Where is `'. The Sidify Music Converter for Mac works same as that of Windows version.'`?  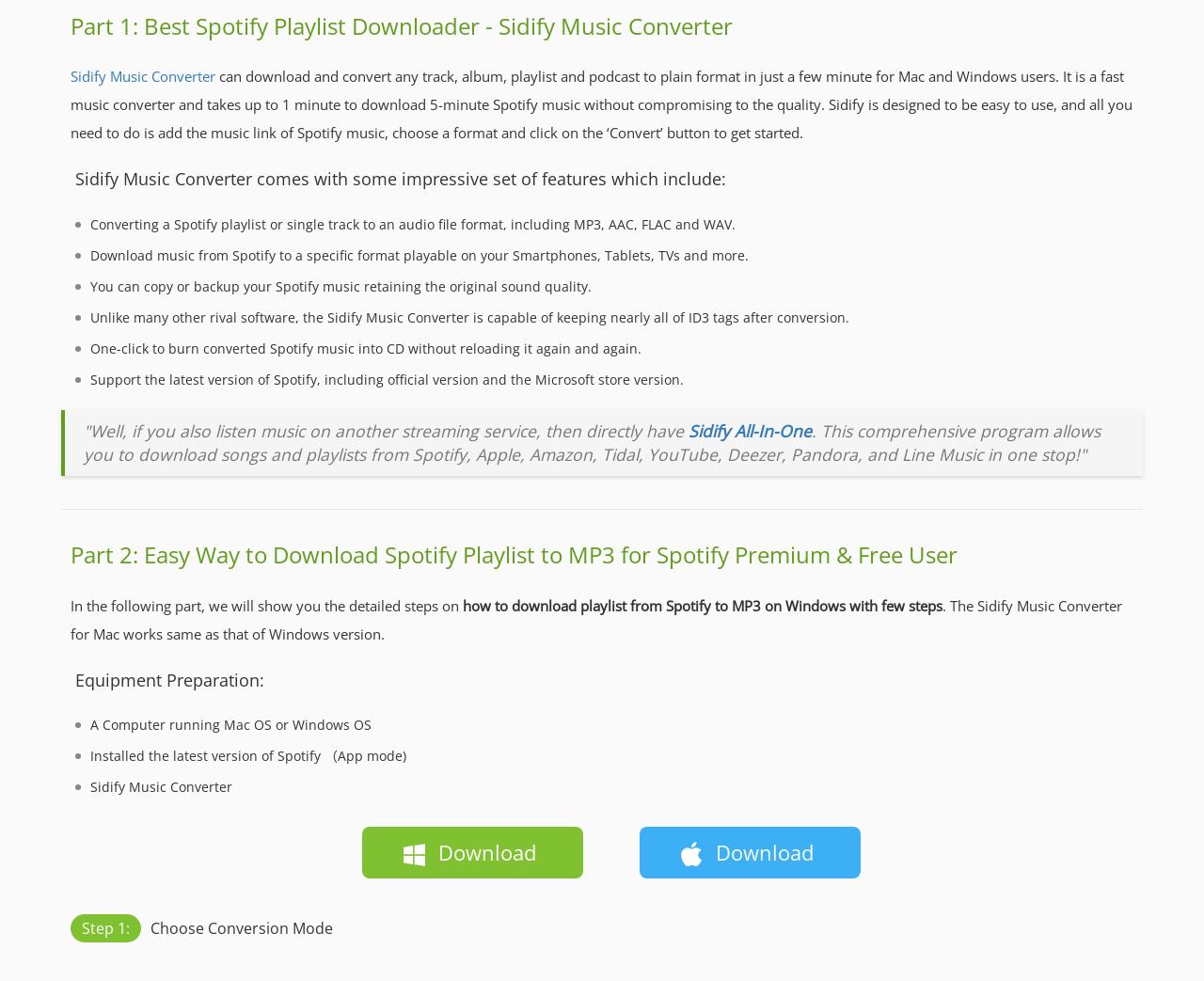 '. The Sidify Music Converter for Mac works same as that of Windows version.' is located at coordinates (71, 618).